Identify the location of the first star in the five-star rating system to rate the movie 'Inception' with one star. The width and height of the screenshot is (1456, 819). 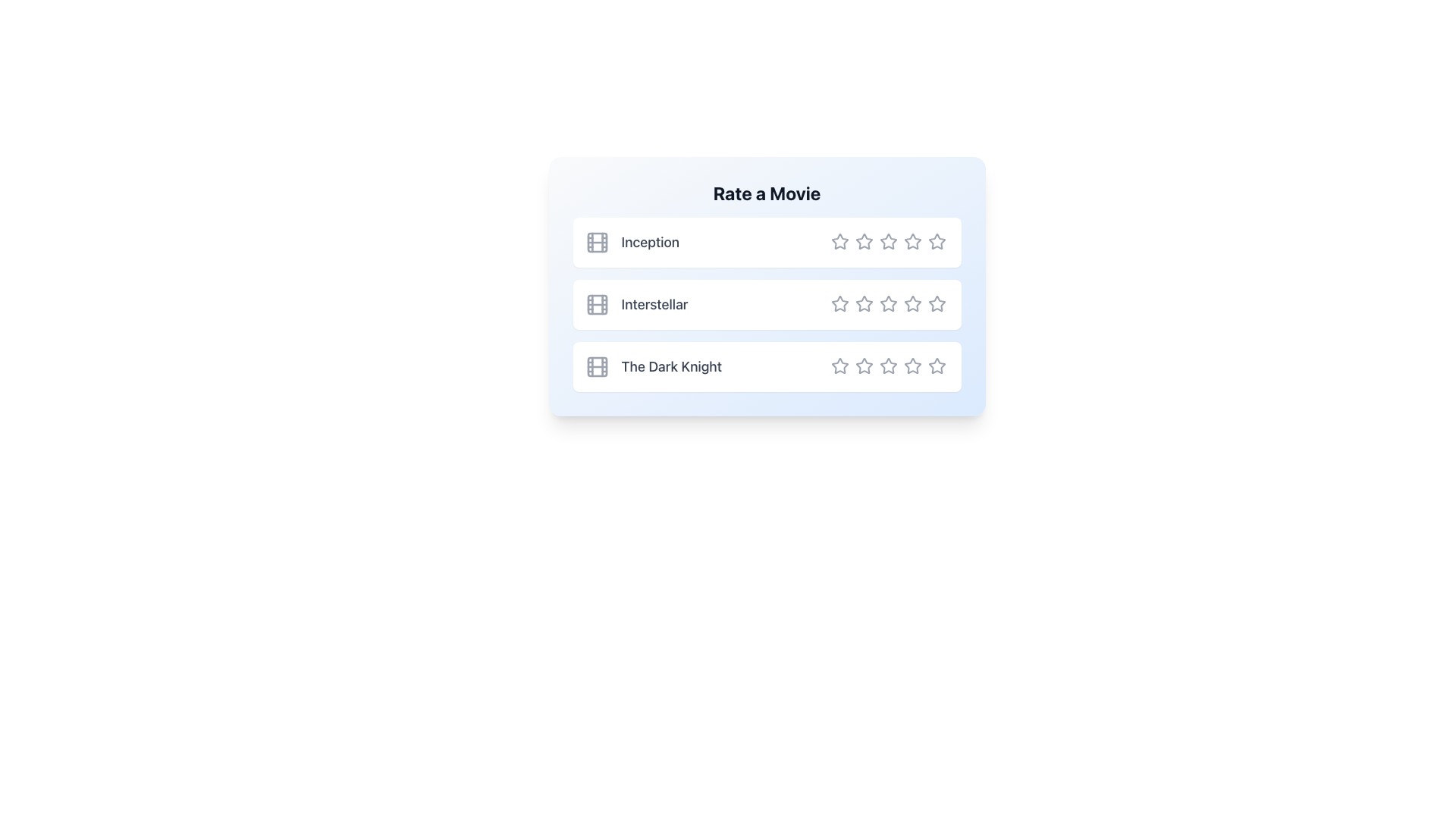
(839, 241).